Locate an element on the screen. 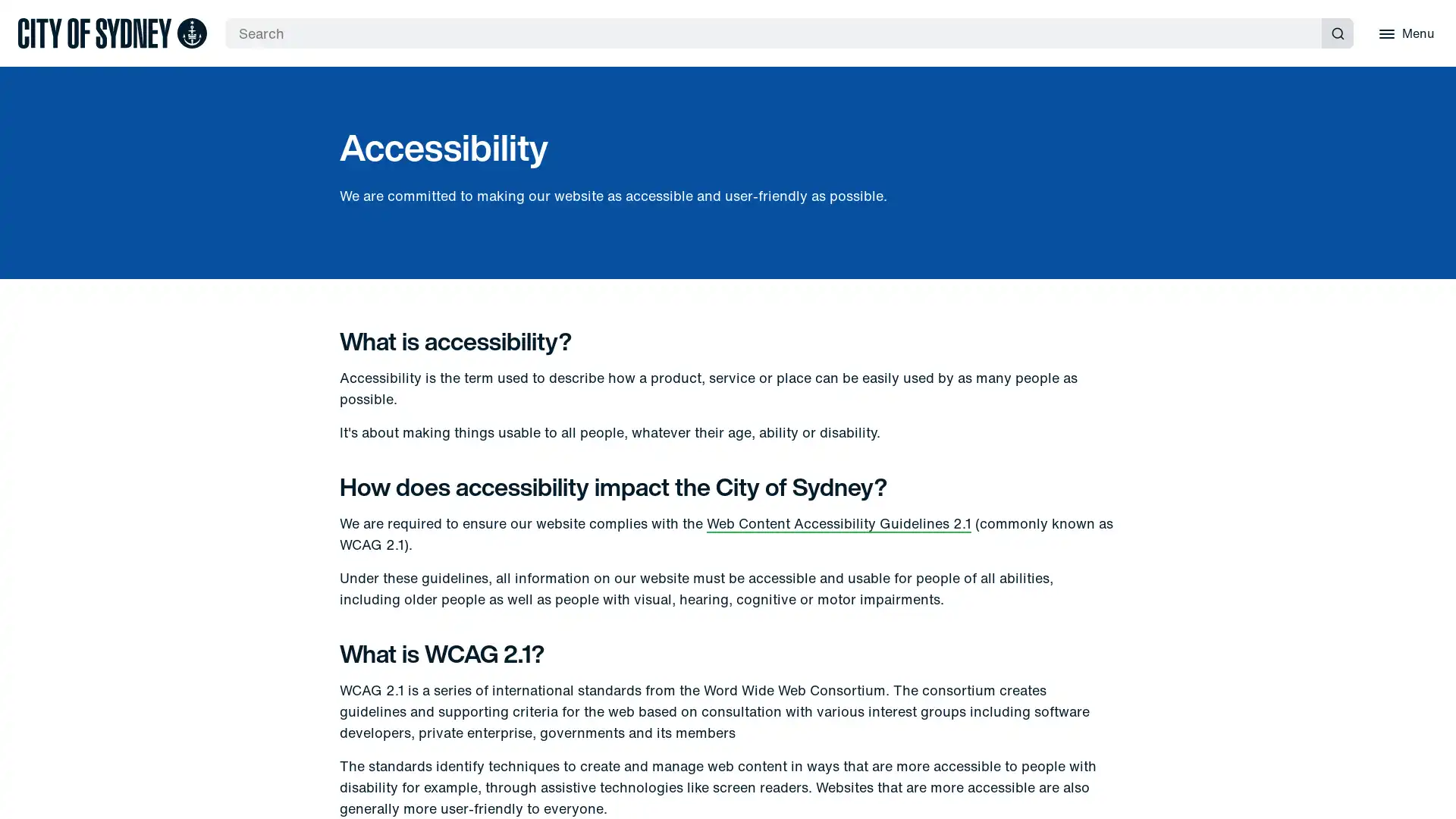 This screenshot has width=1456, height=819. Menu is located at coordinates (1404, 33).